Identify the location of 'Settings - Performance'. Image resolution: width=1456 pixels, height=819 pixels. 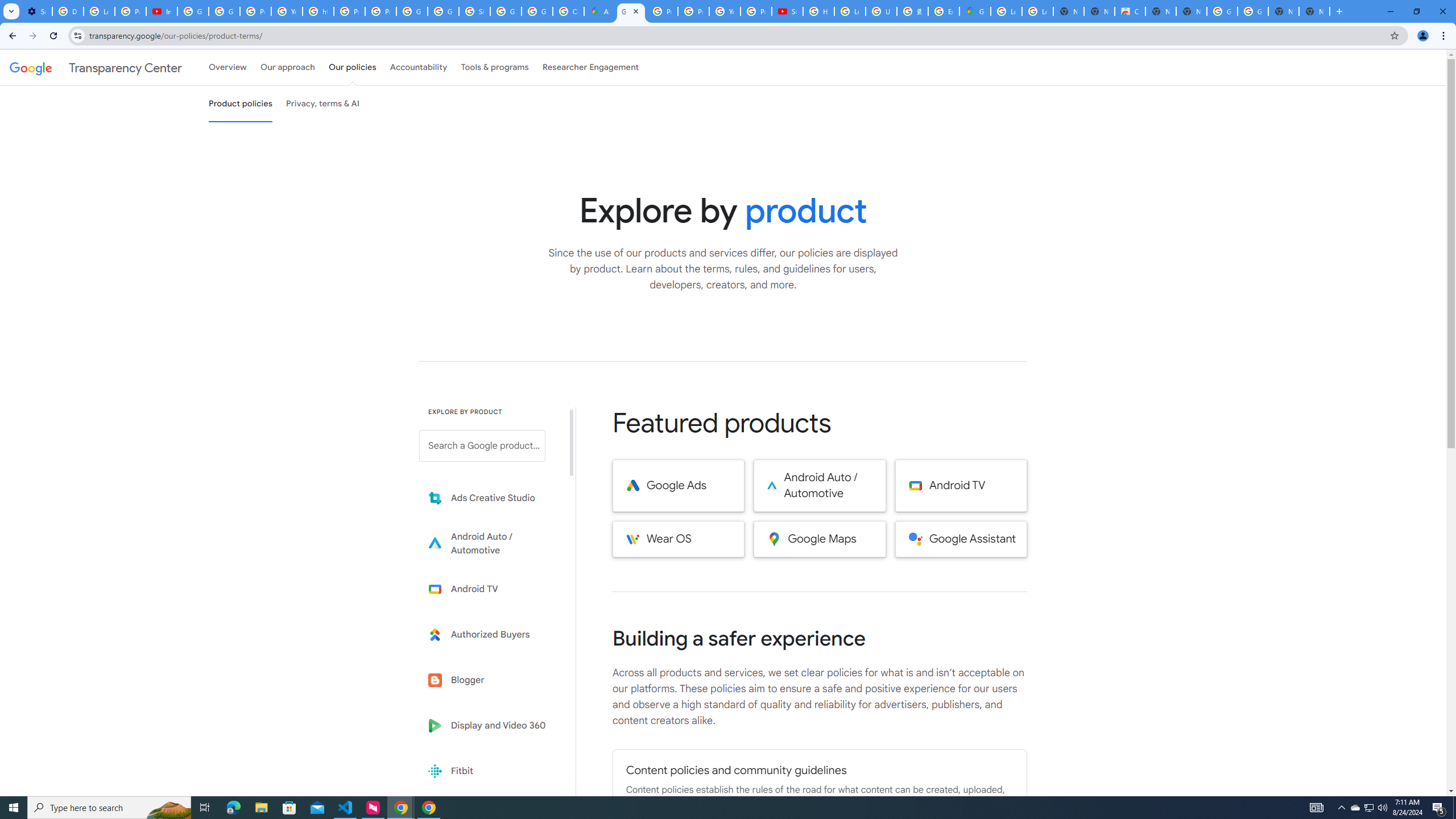
(36, 11).